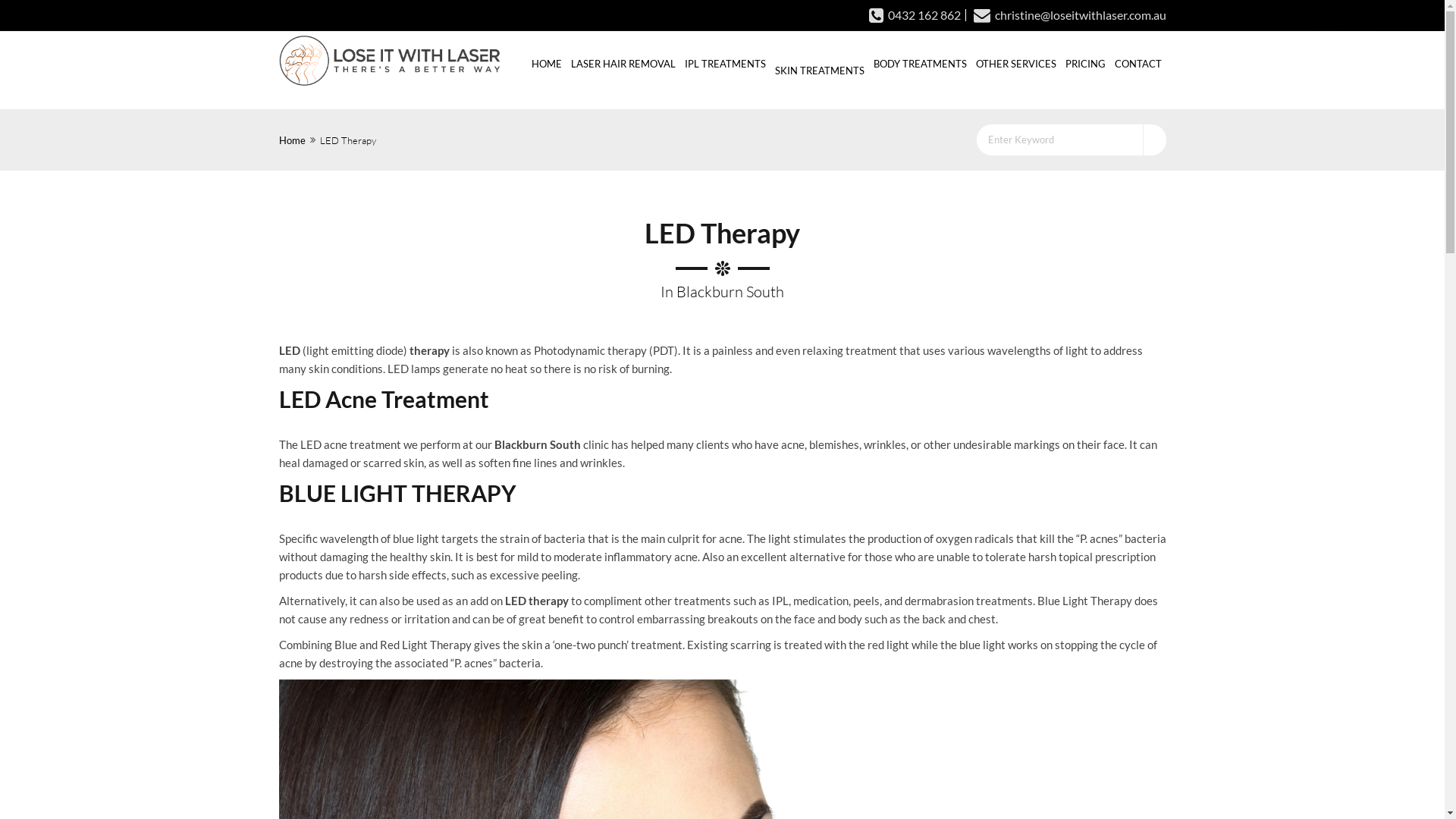 This screenshot has width=1456, height=819. What do you see at coordinates (546, 62) in the screenshot?
I see `'HOME'` at bounding box center [546, 62].